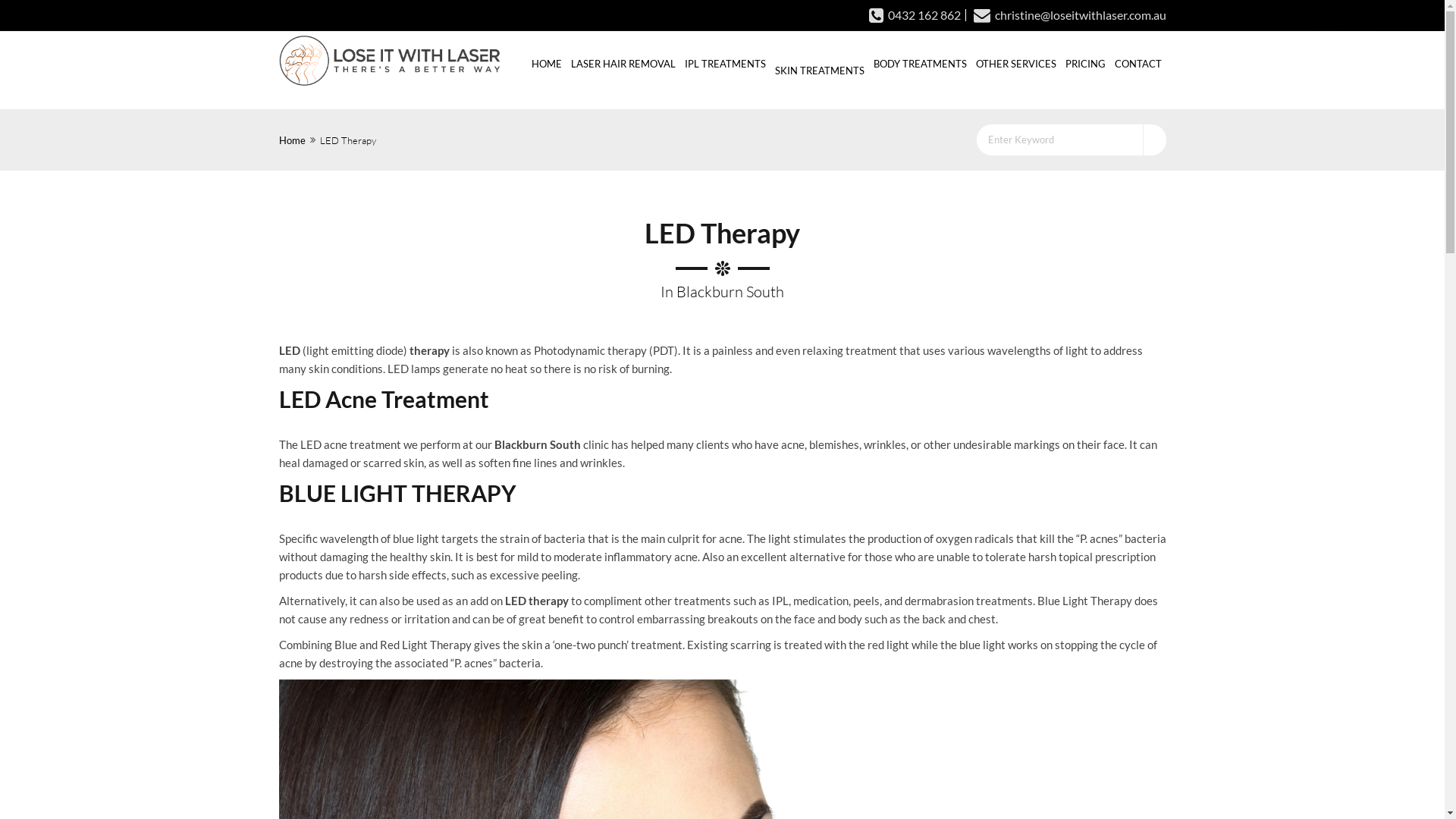 This screenshot has width=1456, height=819. What do you see at coordinates (546, 62) in the screenshot?
I see `'HOME'` at bounding box center [546, 62].